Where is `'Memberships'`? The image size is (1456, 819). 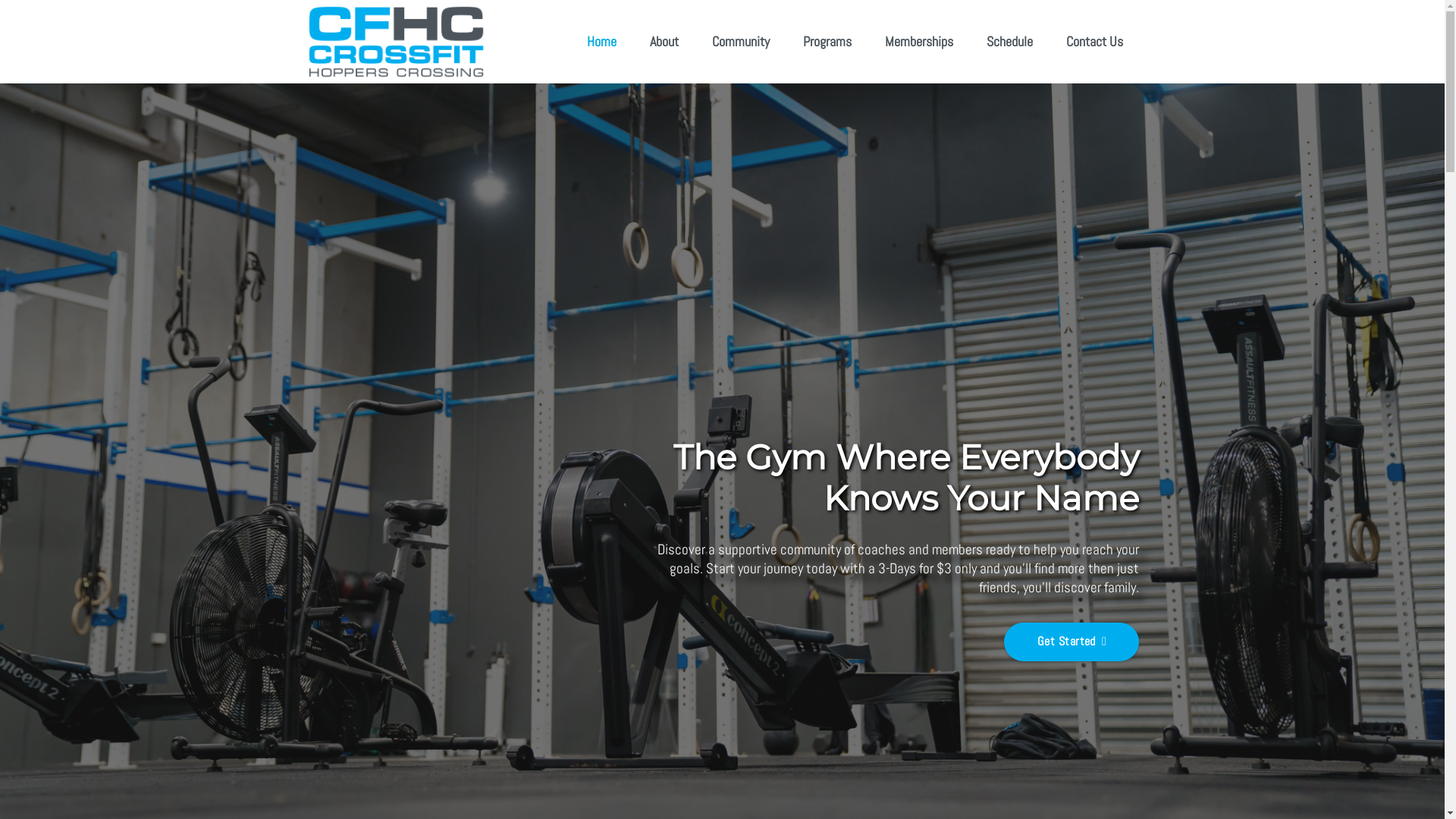
'Memberships' is located at coordinates (918, 40).